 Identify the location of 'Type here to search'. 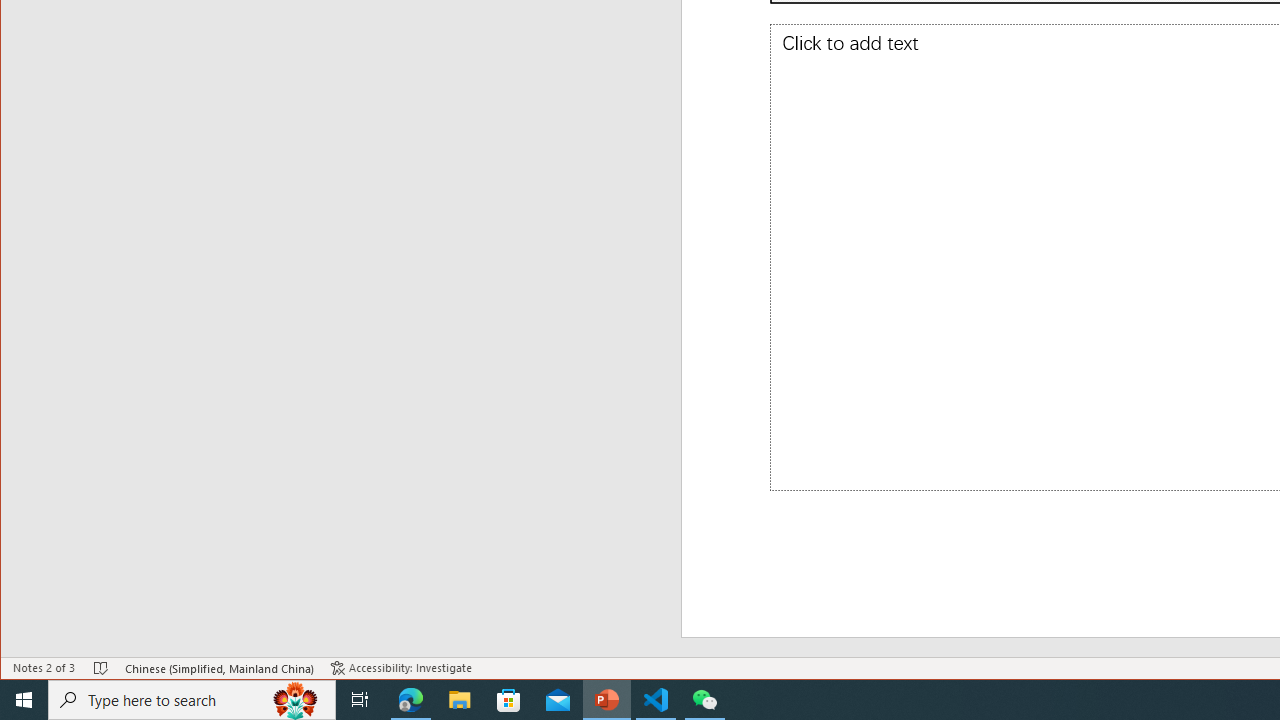
(192, 698).